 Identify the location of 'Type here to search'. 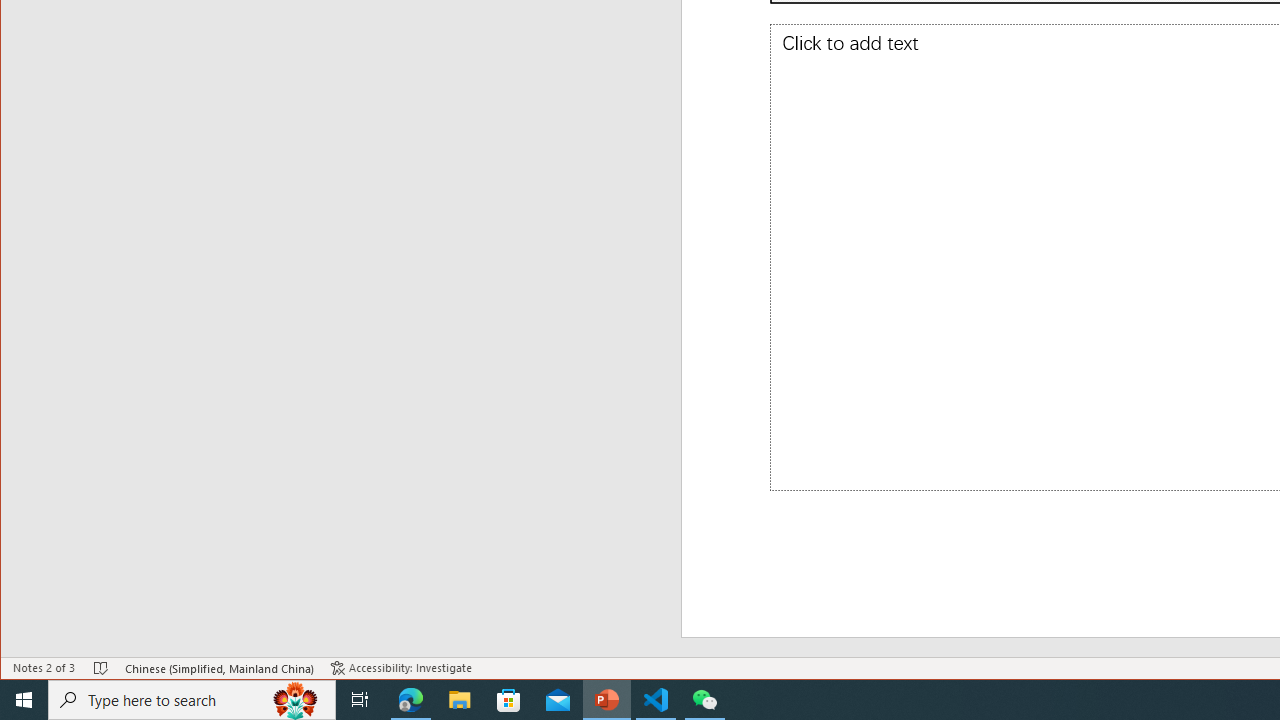
(192, 698).